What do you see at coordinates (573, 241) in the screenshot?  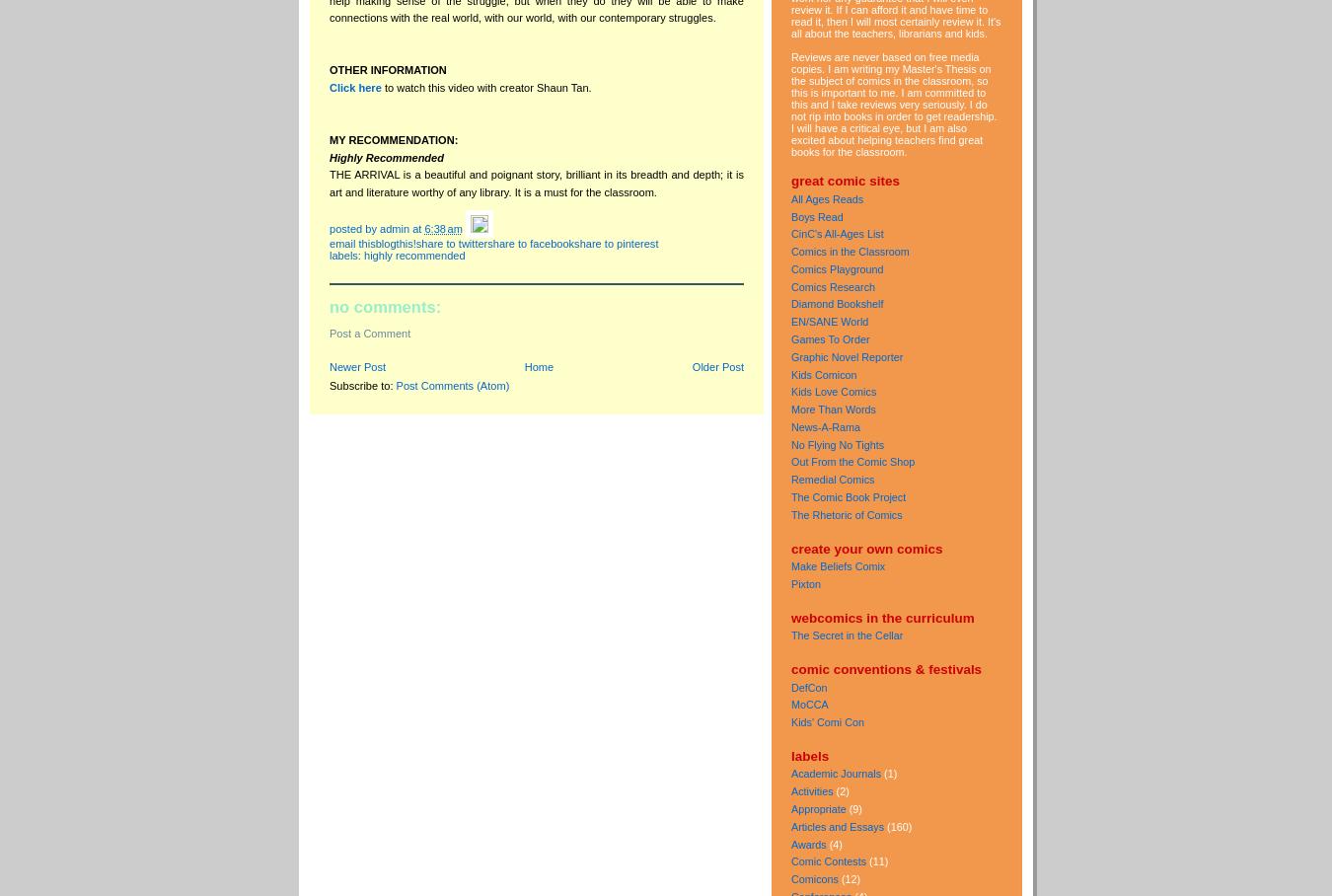 I see `'Share to Pinterest'` at bounding box center [573, 241].